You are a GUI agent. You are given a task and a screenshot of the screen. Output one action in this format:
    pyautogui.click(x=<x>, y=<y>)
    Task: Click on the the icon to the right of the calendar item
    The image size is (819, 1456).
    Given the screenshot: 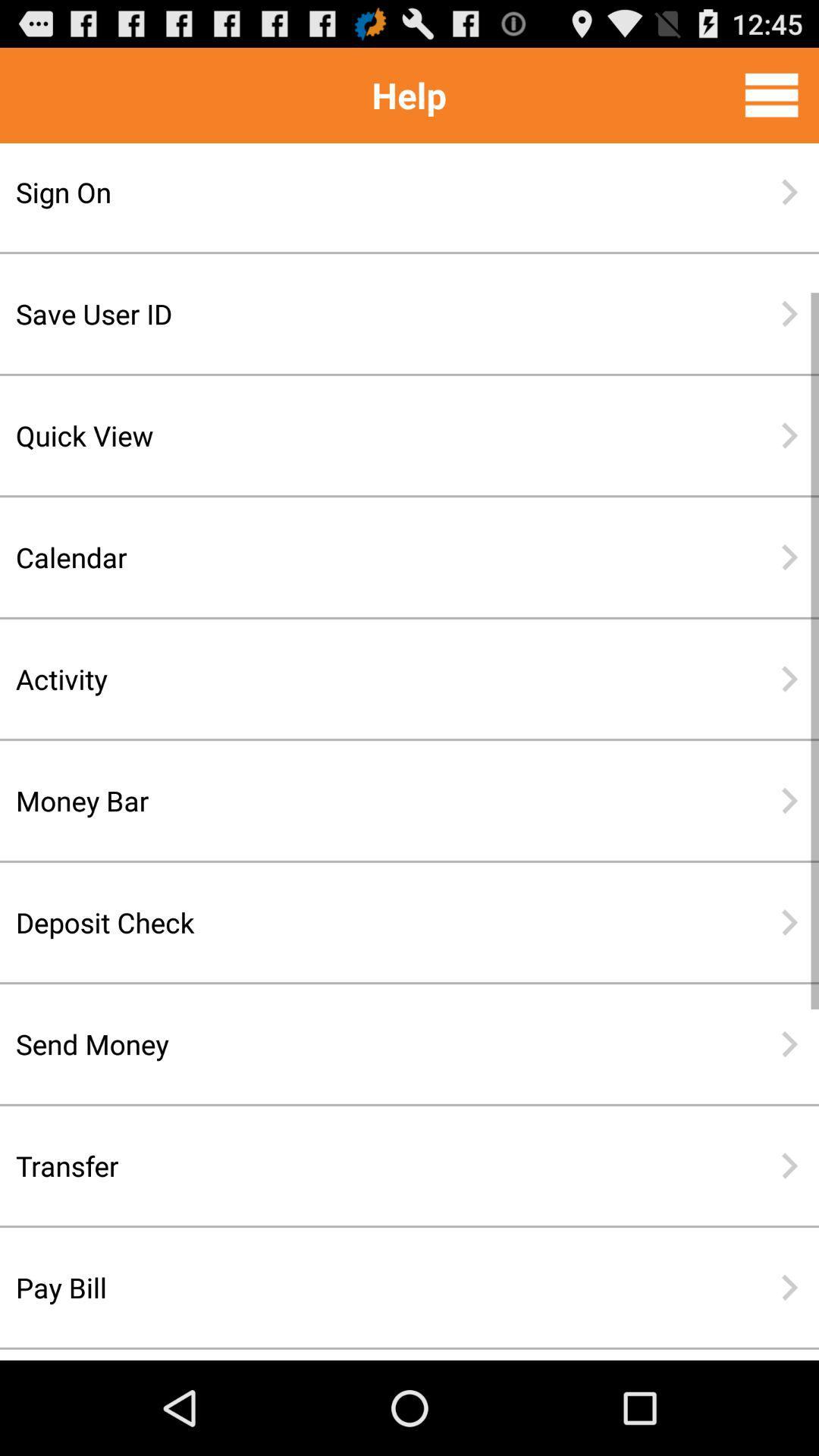 What is the action you would take?
    pyautogui.click(x=789, y=556)
    